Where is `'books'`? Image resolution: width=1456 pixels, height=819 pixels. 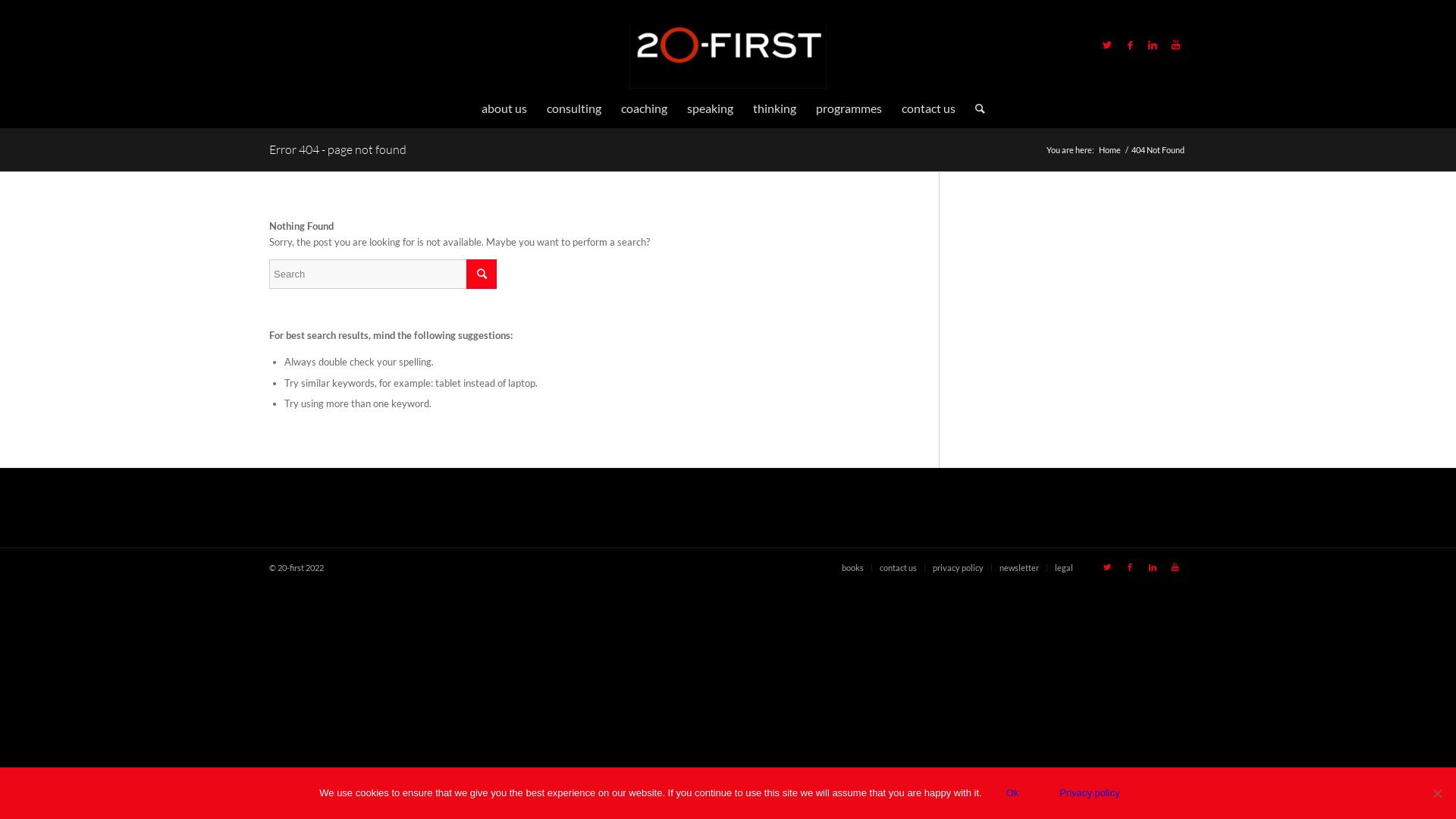 'books' is located at coordinates (852, 567).